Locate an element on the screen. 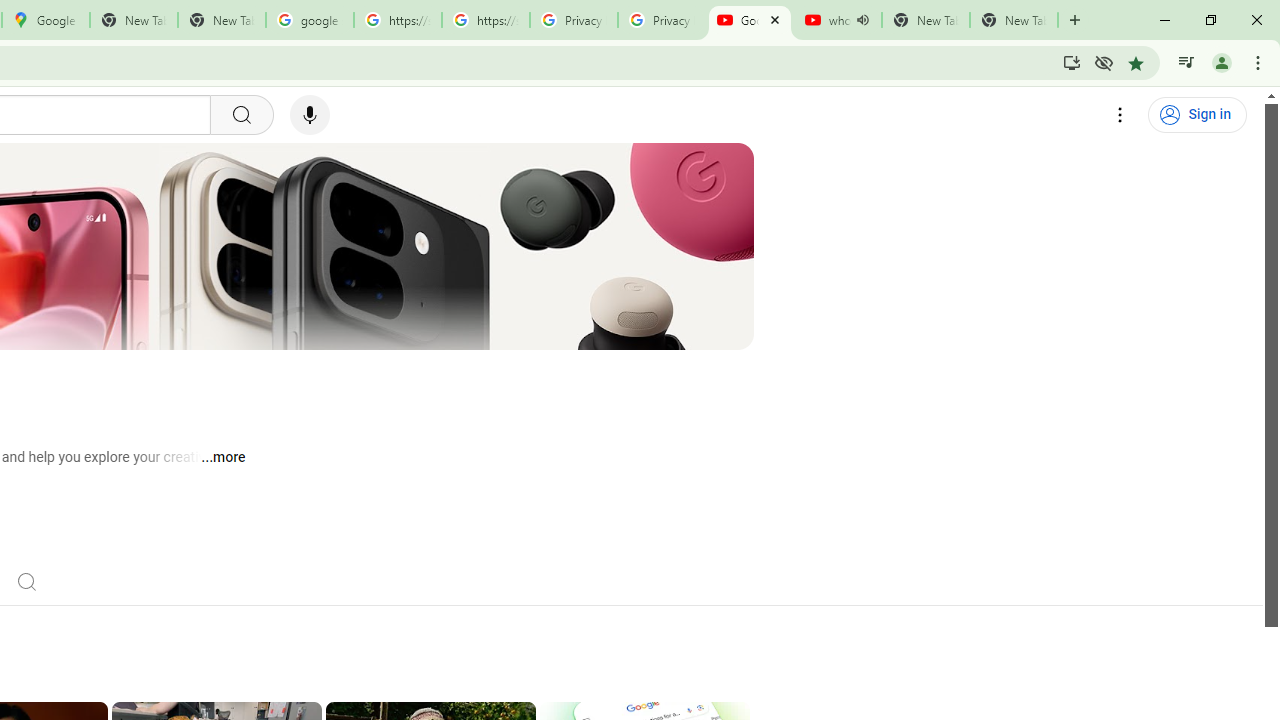 The image size is (1280, 720). 'Search' is located at coordinates (26, 581).